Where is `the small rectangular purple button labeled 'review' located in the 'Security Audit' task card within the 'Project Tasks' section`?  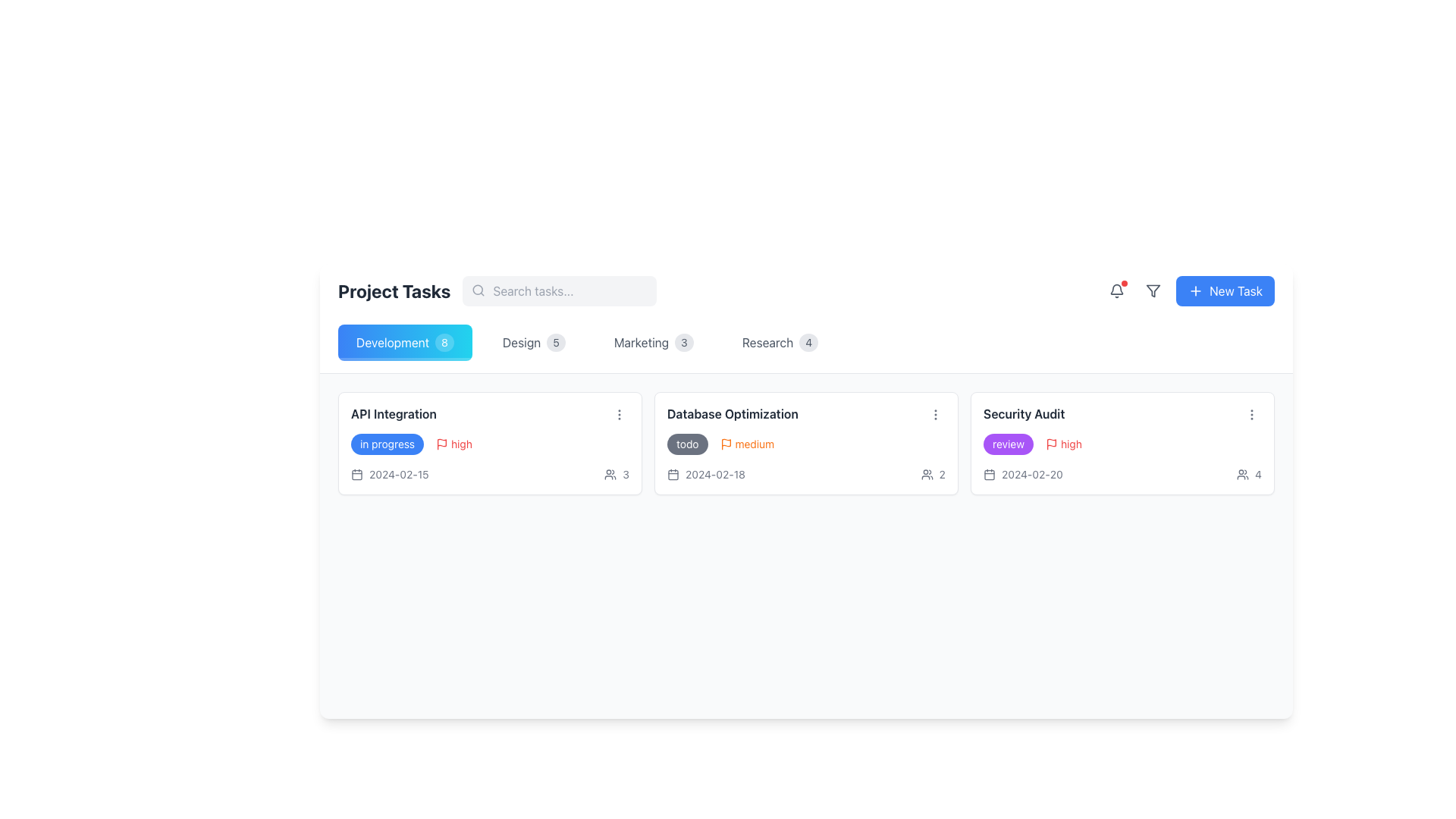
the small rectangular purple button labeled 'review' located in the 'Security Audit' task card within the 'Project Tasks' section is located at coordinates (1008, 444).